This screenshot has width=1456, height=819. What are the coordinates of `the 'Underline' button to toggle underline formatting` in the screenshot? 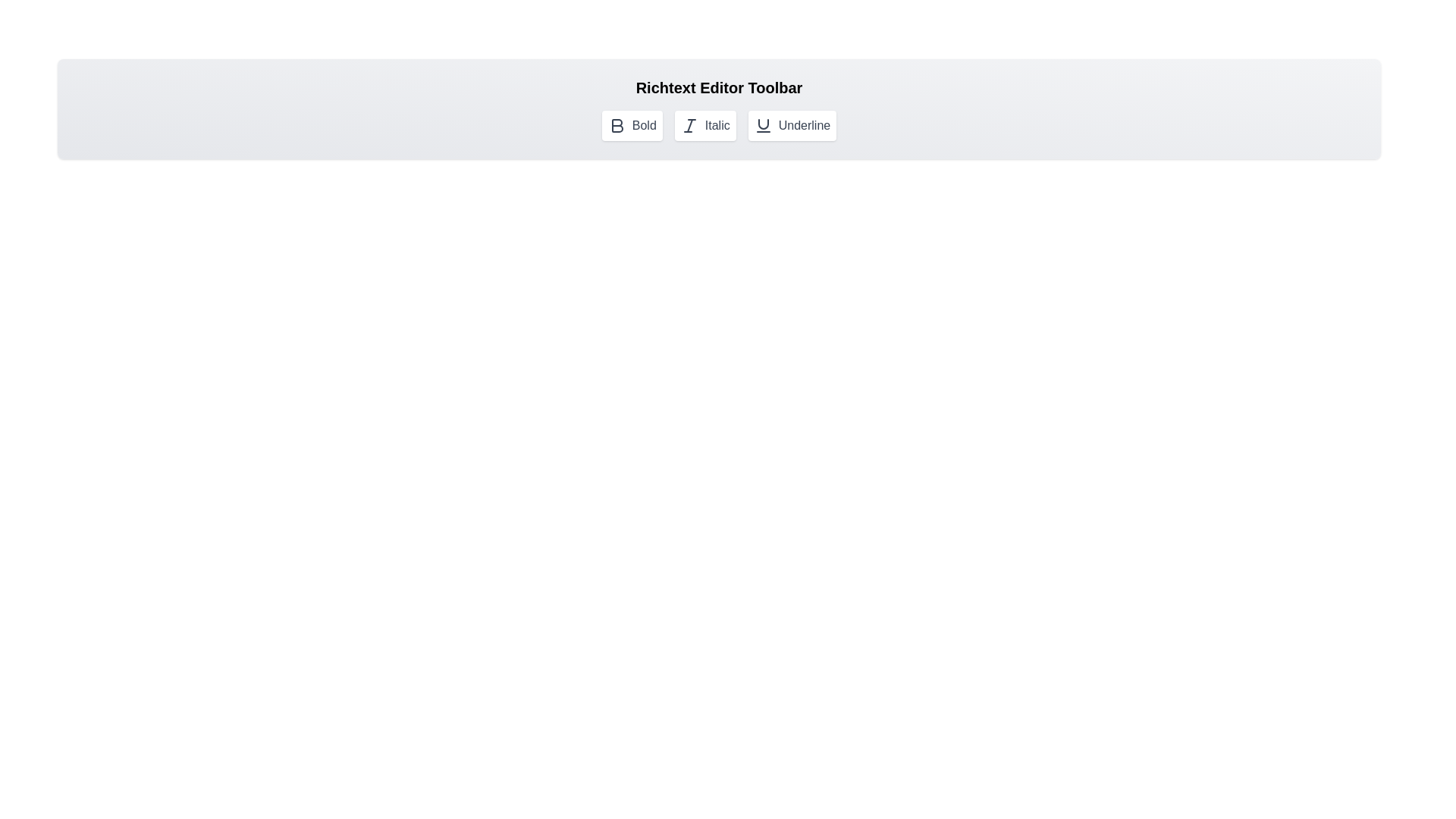 It's located at (792, 124).